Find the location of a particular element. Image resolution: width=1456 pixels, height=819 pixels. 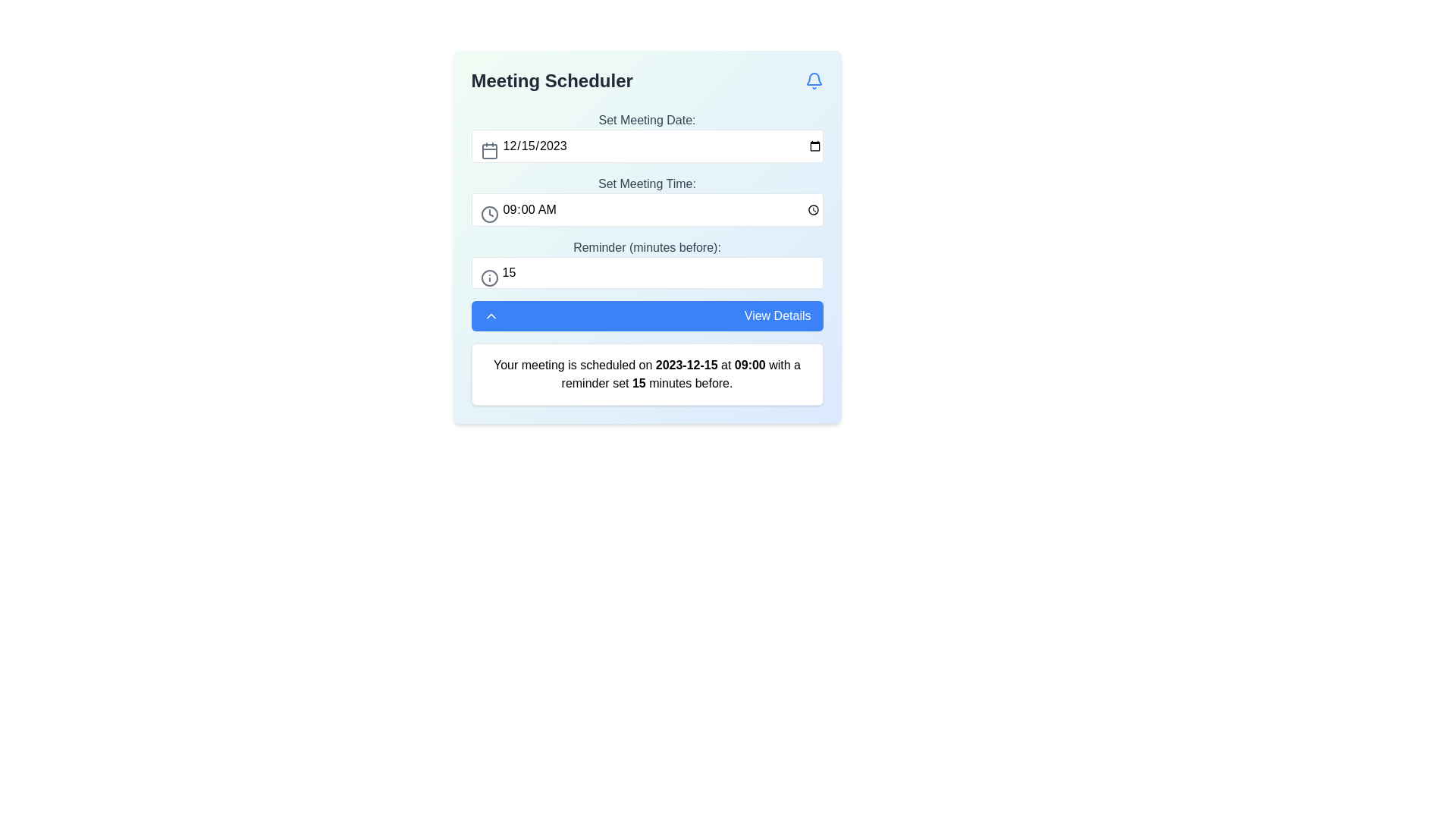

the informational icon located to the left of the 'Reminder (minutes before):' input field is located at coordinates (489, 278).